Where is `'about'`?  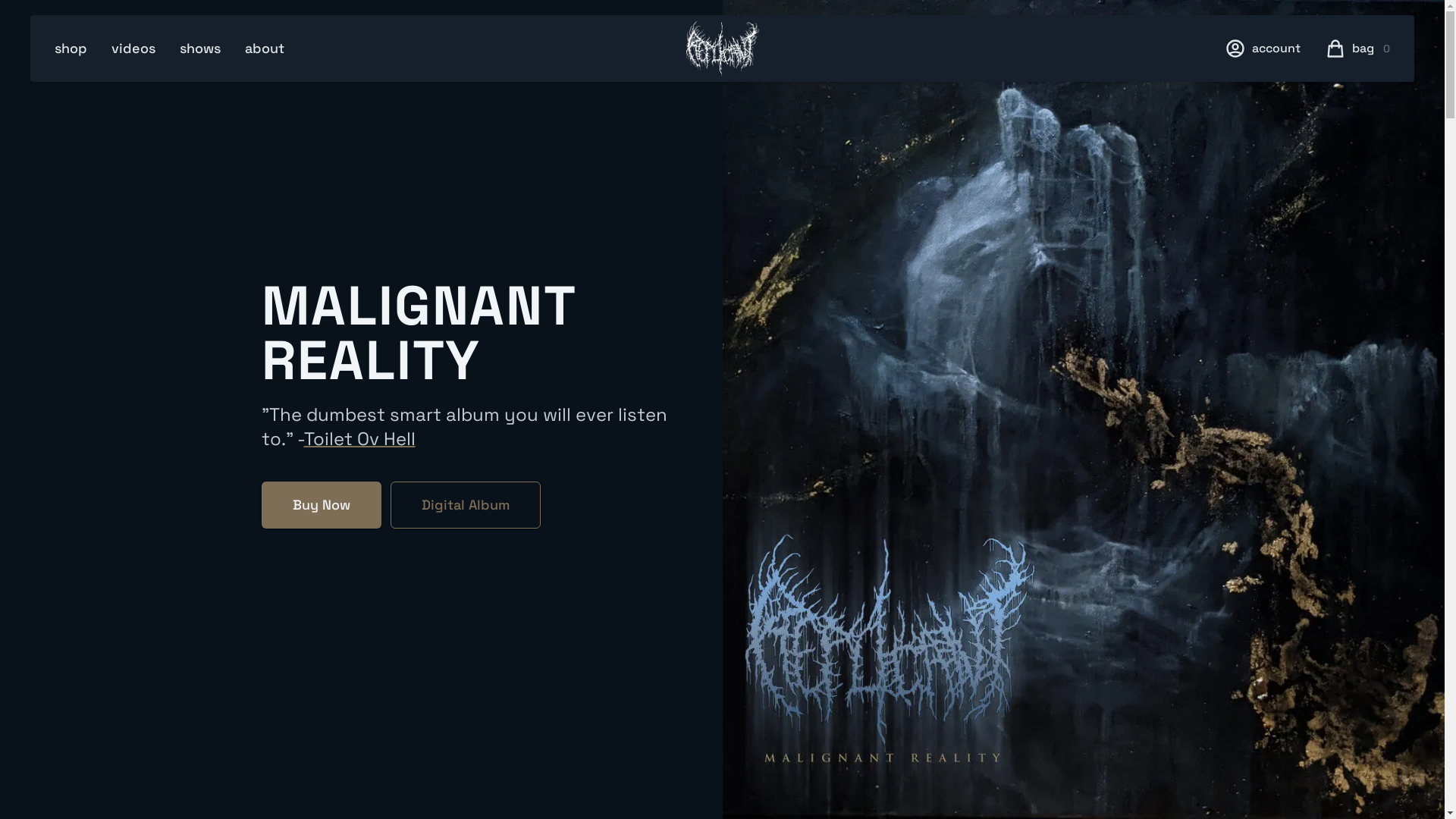 'about' is located at coordinates (265, 48).